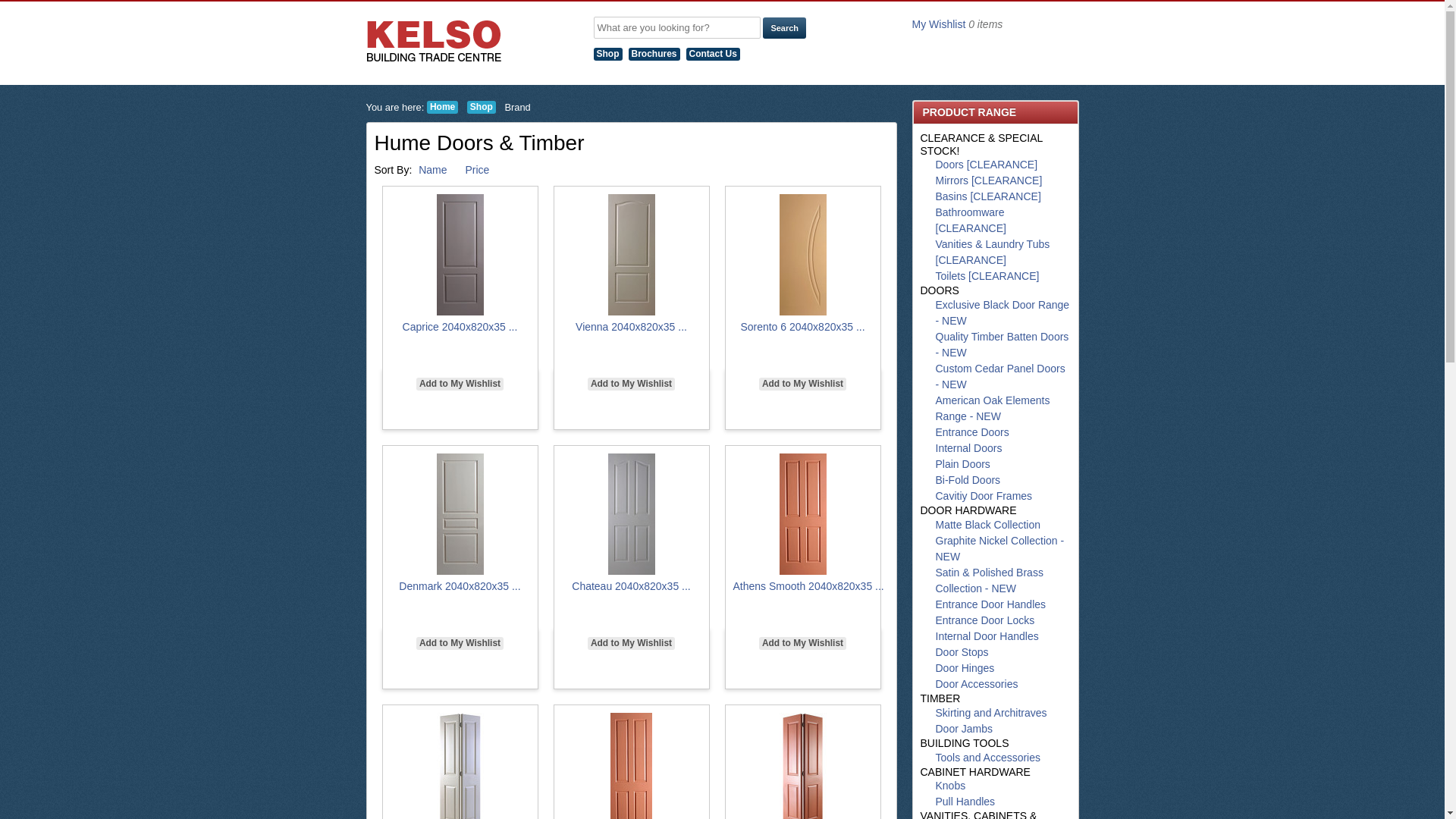  Describe the element at coordinates (610, 52) in the screenshot. I see `'Shop'` at that location.